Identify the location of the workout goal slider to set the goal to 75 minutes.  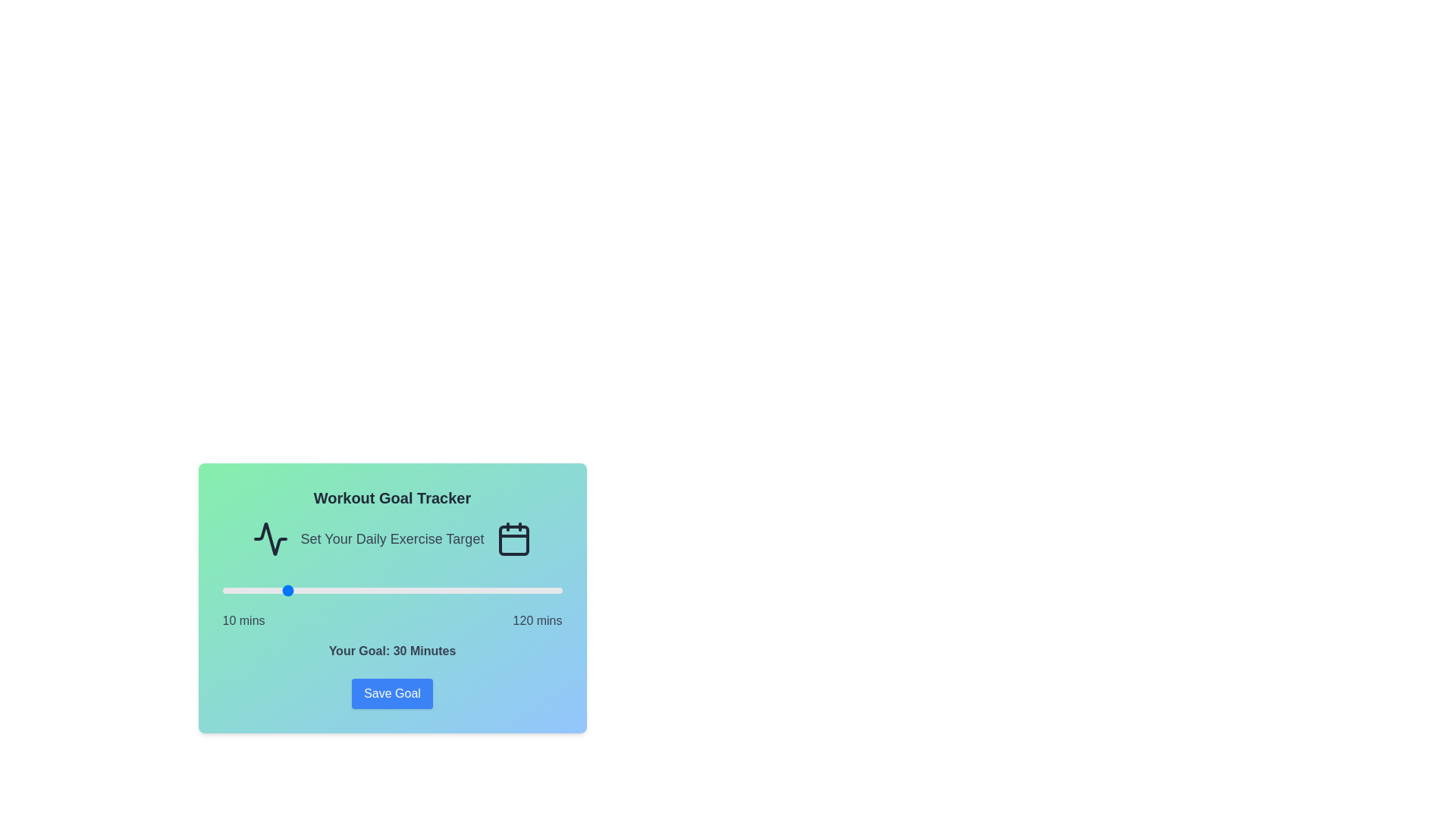
(423, 590).